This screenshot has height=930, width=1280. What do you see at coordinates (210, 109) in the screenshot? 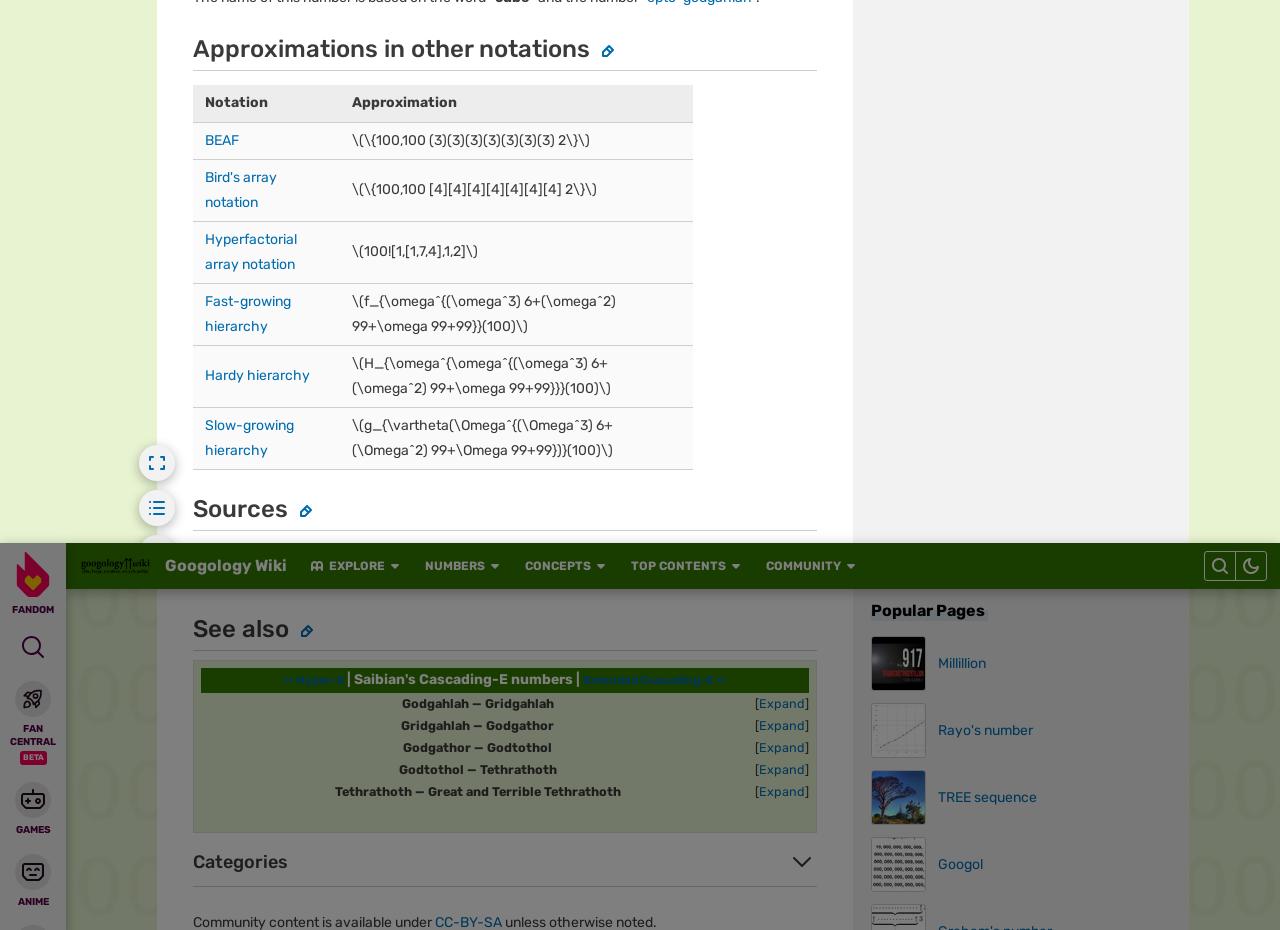
I see `'Fanatical'` at bounding box center [210, 109].